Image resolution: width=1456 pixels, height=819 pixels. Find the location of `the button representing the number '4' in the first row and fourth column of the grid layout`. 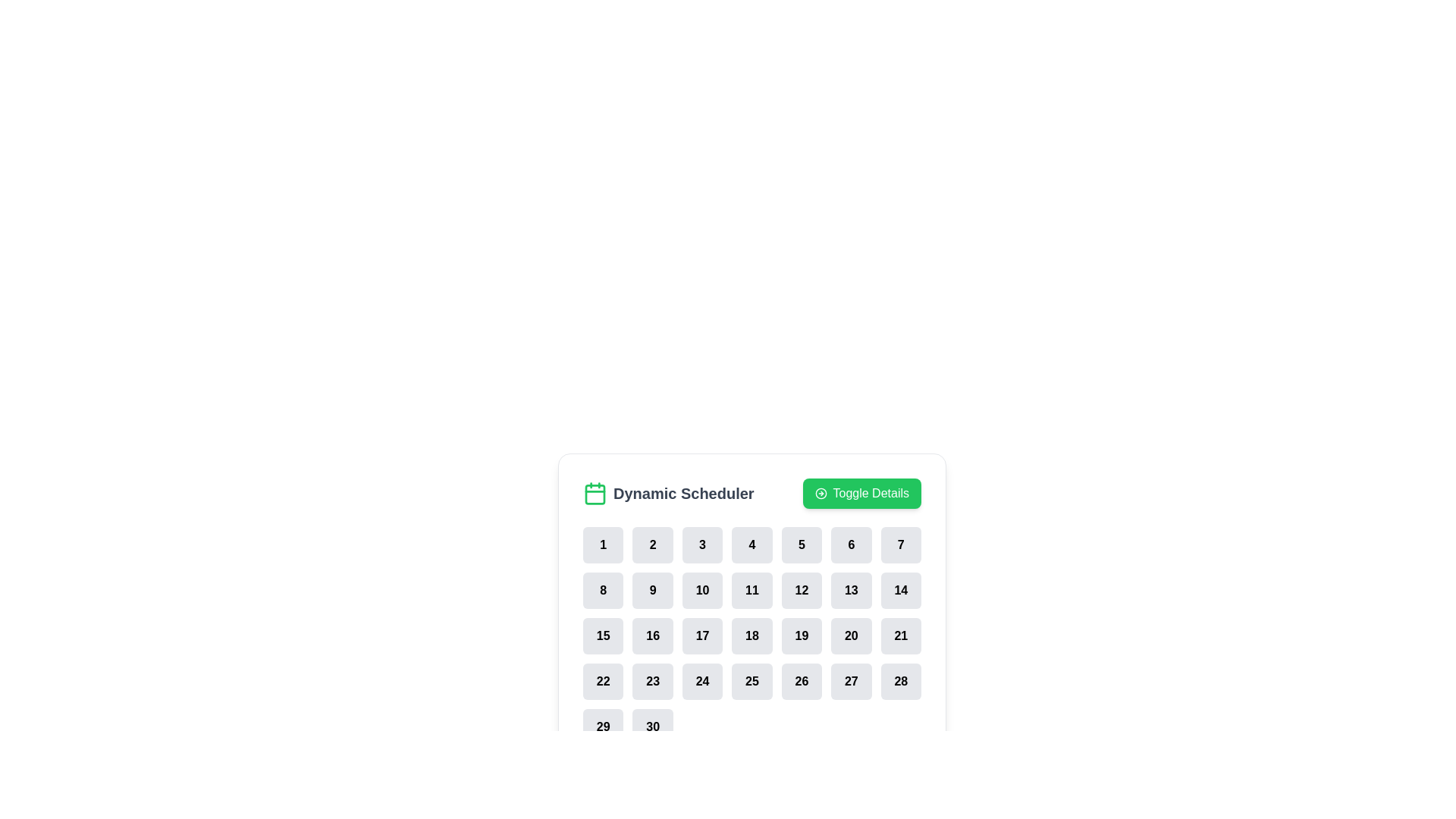

the button representing the number '4' in the first row and fourth column of the grid layout is located at coordinates (752, 544).